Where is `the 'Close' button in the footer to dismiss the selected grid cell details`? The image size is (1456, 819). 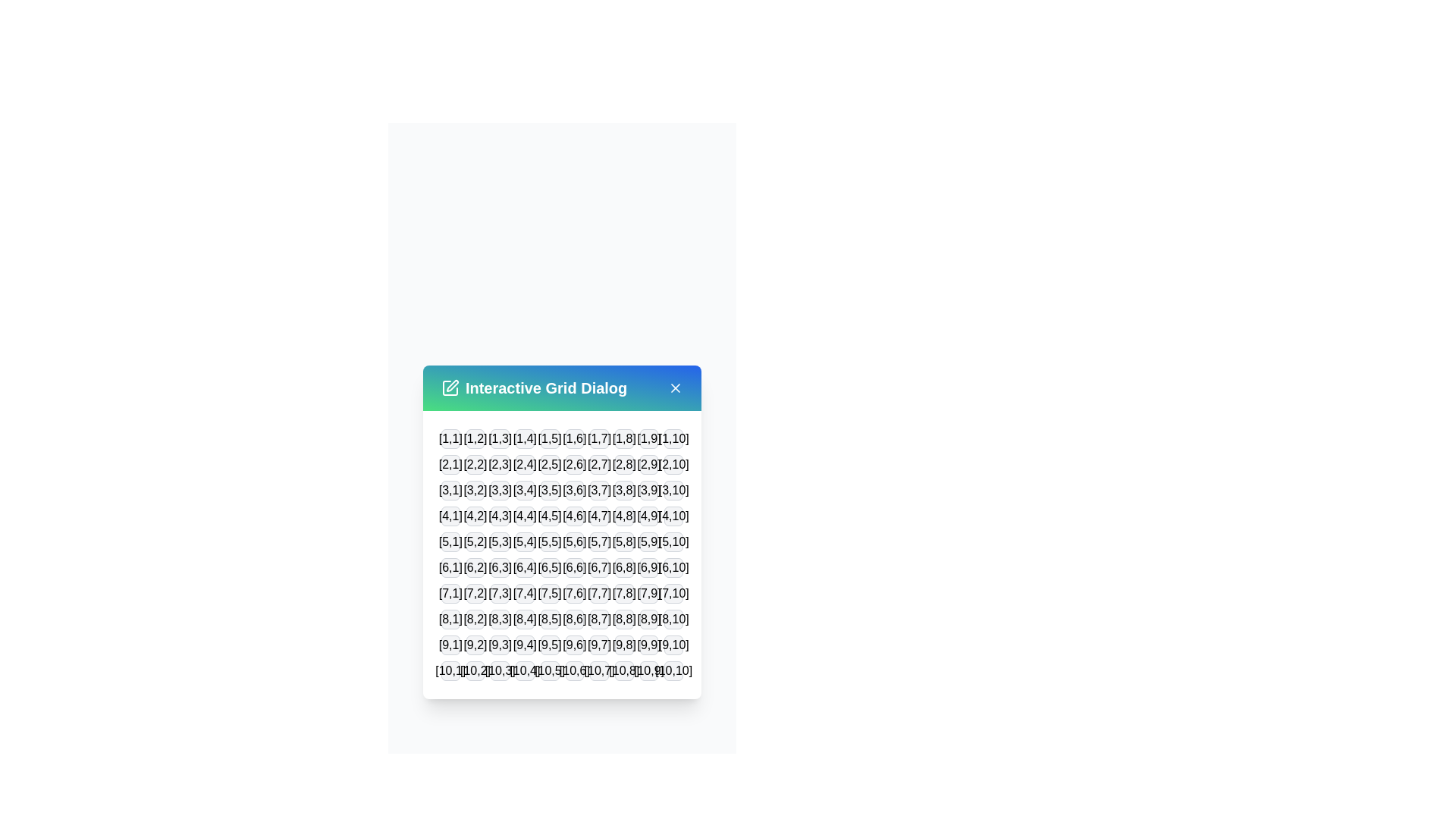 the 'Close' button in the footer to dismiss the selected grid cell details is located at coordinates (561, 719).